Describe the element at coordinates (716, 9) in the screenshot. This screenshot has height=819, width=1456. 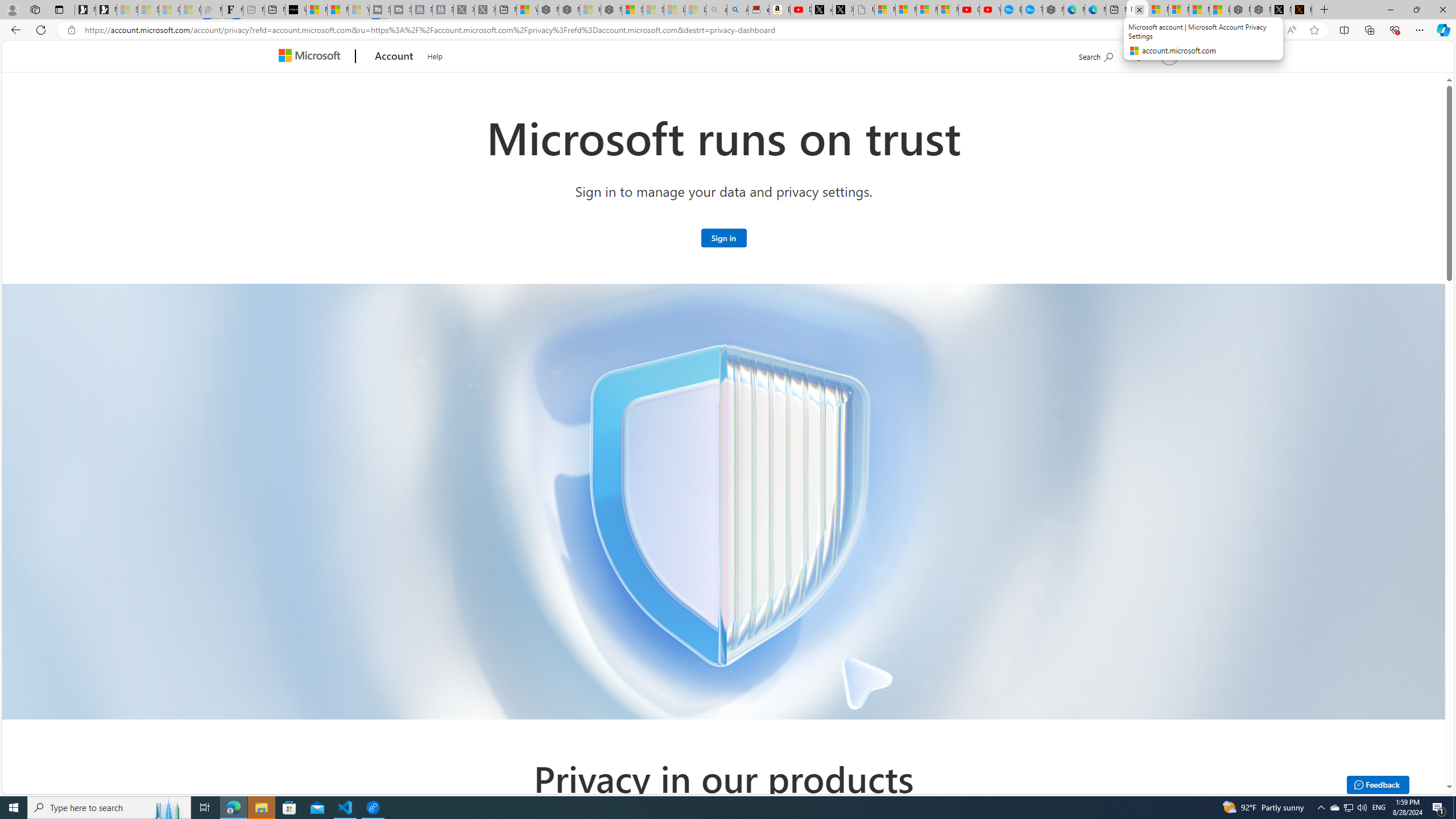
I see `'amazon - Search - Sleeping'` at that location.